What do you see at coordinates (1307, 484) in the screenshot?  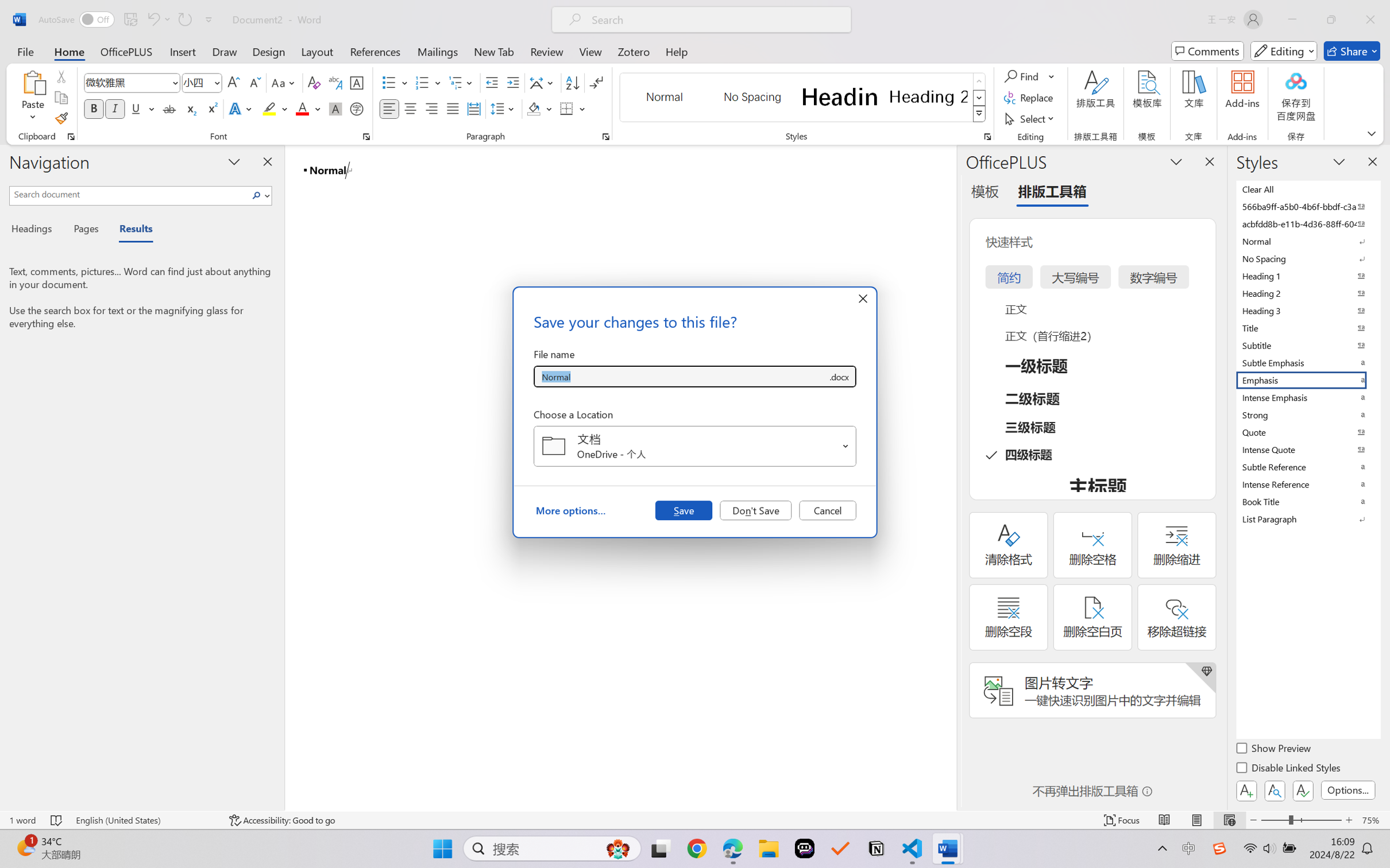 I see `'Intense Reference'` at bounding box center [1307, 484].